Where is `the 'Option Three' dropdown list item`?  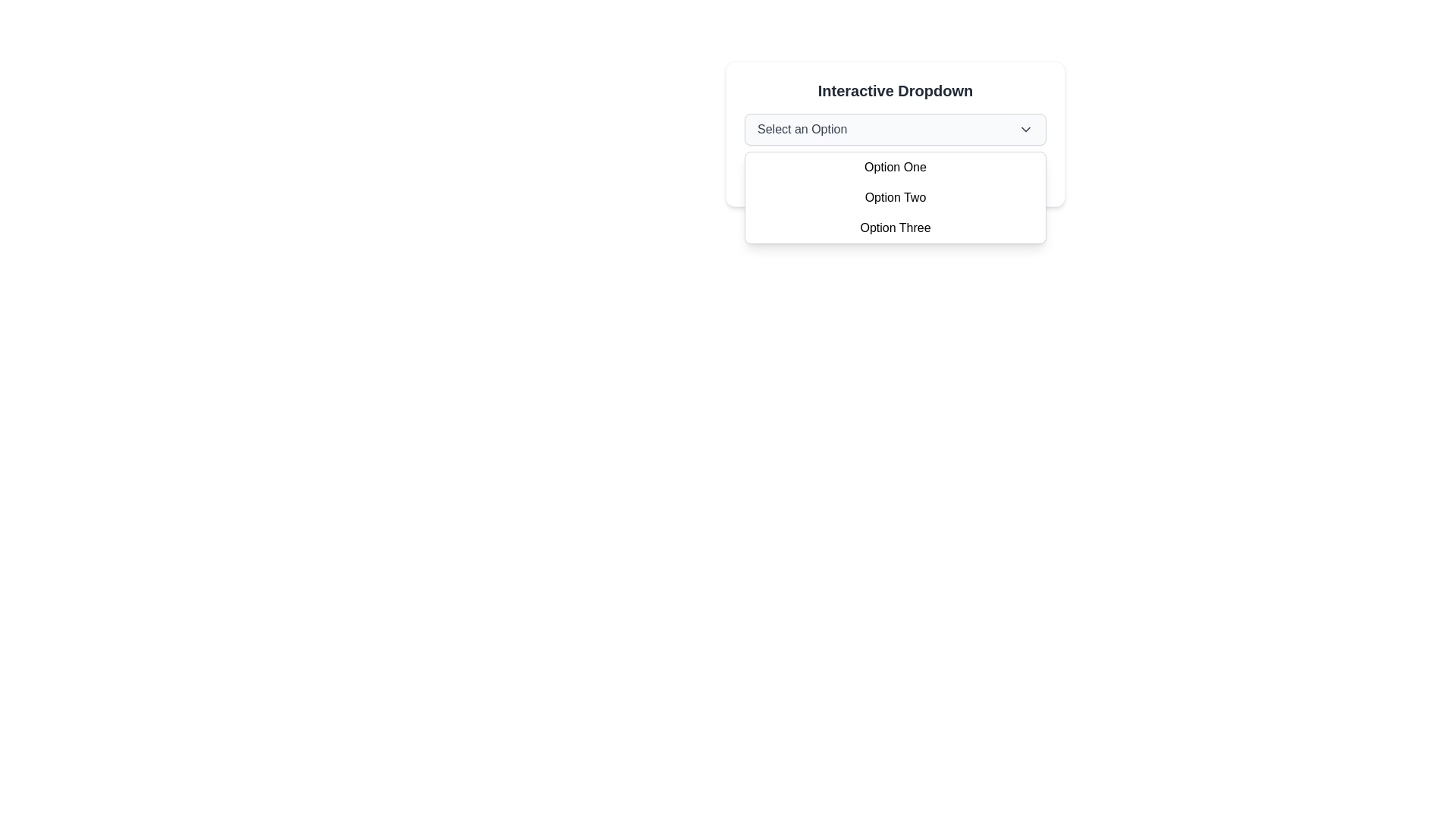
the 'Option Three' dropdown list item is located at coordinates (895, 227).